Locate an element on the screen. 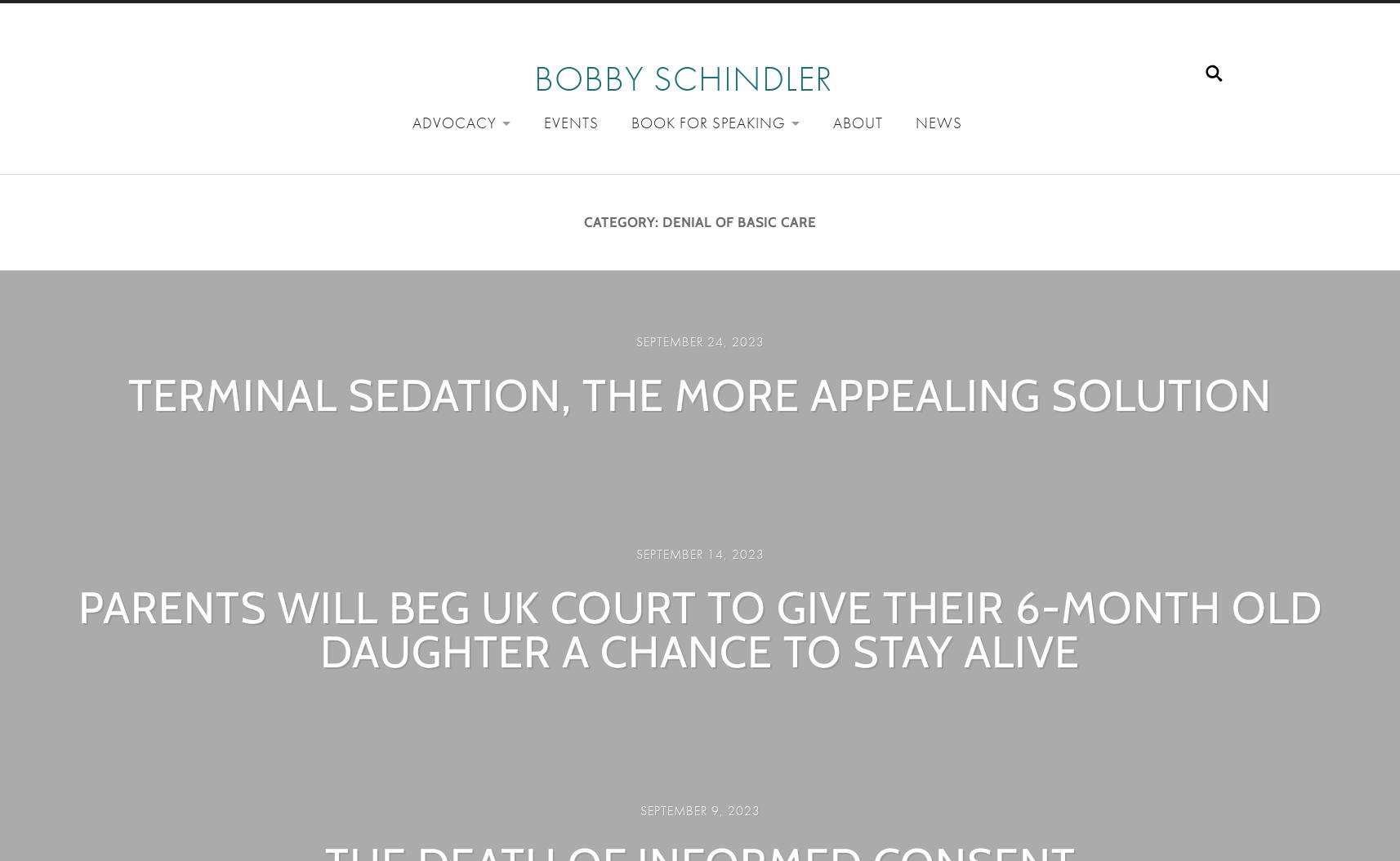 This screenshot has height=861, width=1400. 'Bobby Schindler' is located at coordinates (533, 78).